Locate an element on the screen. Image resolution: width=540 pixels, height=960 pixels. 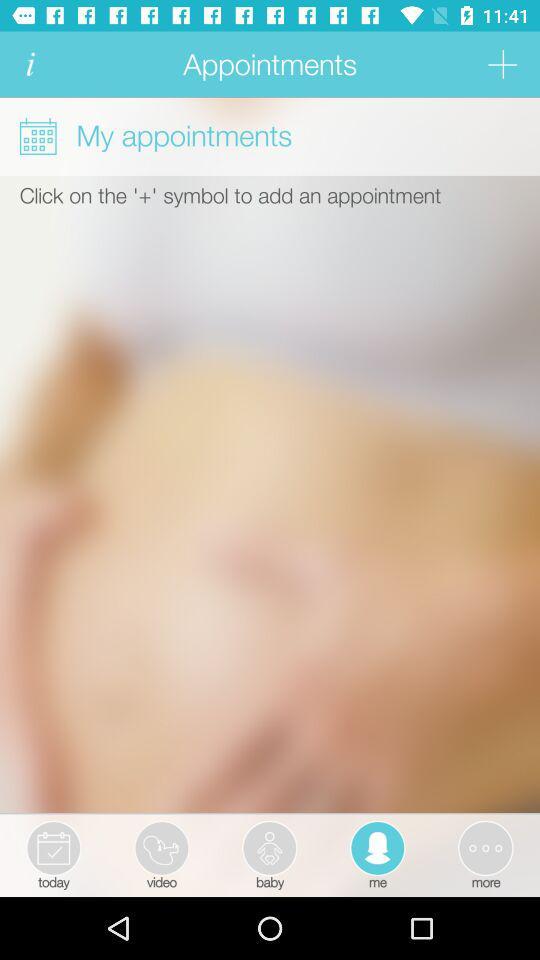
info icon is located at coordinates (29, 64).